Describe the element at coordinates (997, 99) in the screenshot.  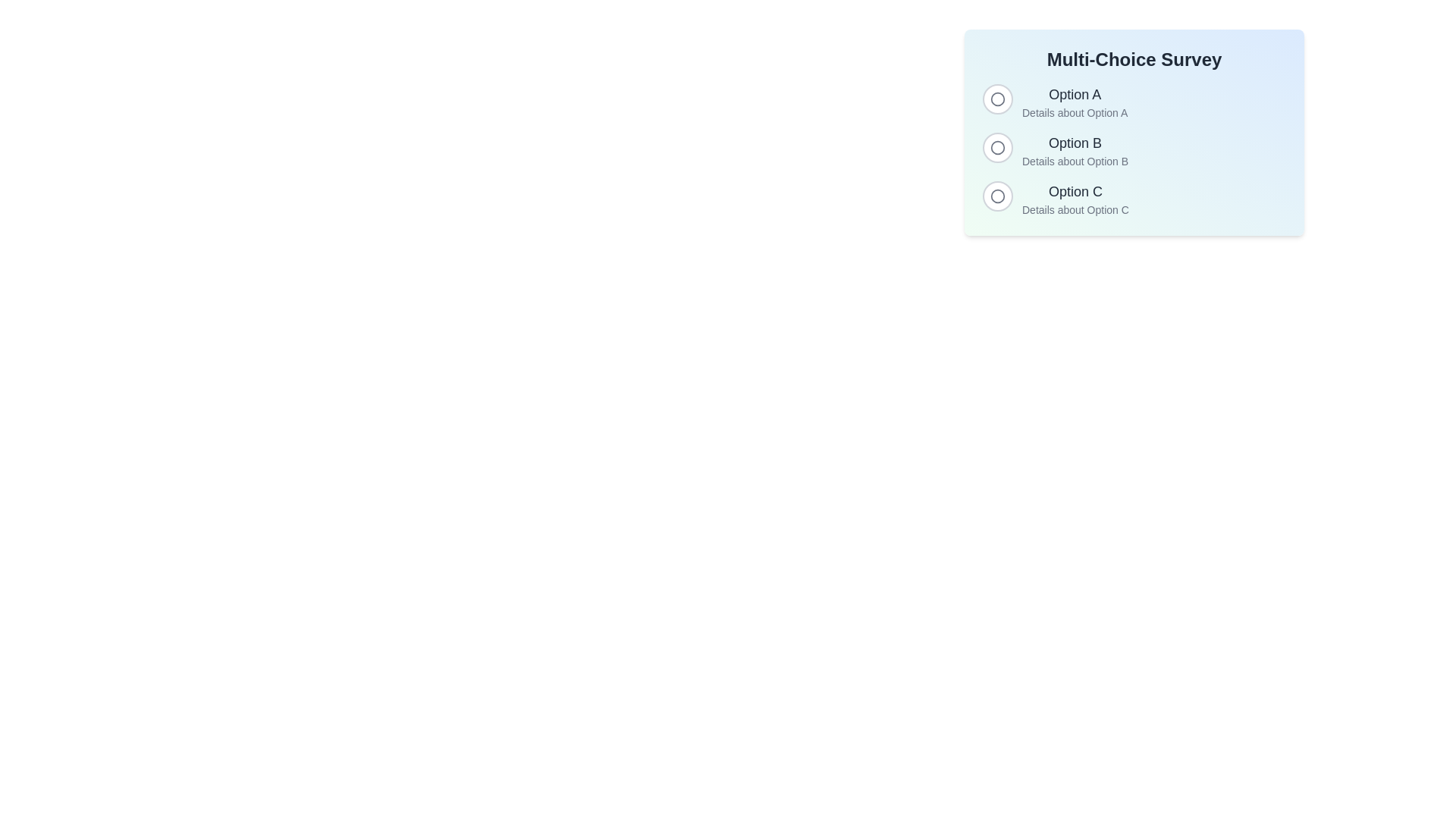
I see `the circular radio button indicator with a gray border located to the left of the label 'Option A' in the survey interface to focus on it` at that location.